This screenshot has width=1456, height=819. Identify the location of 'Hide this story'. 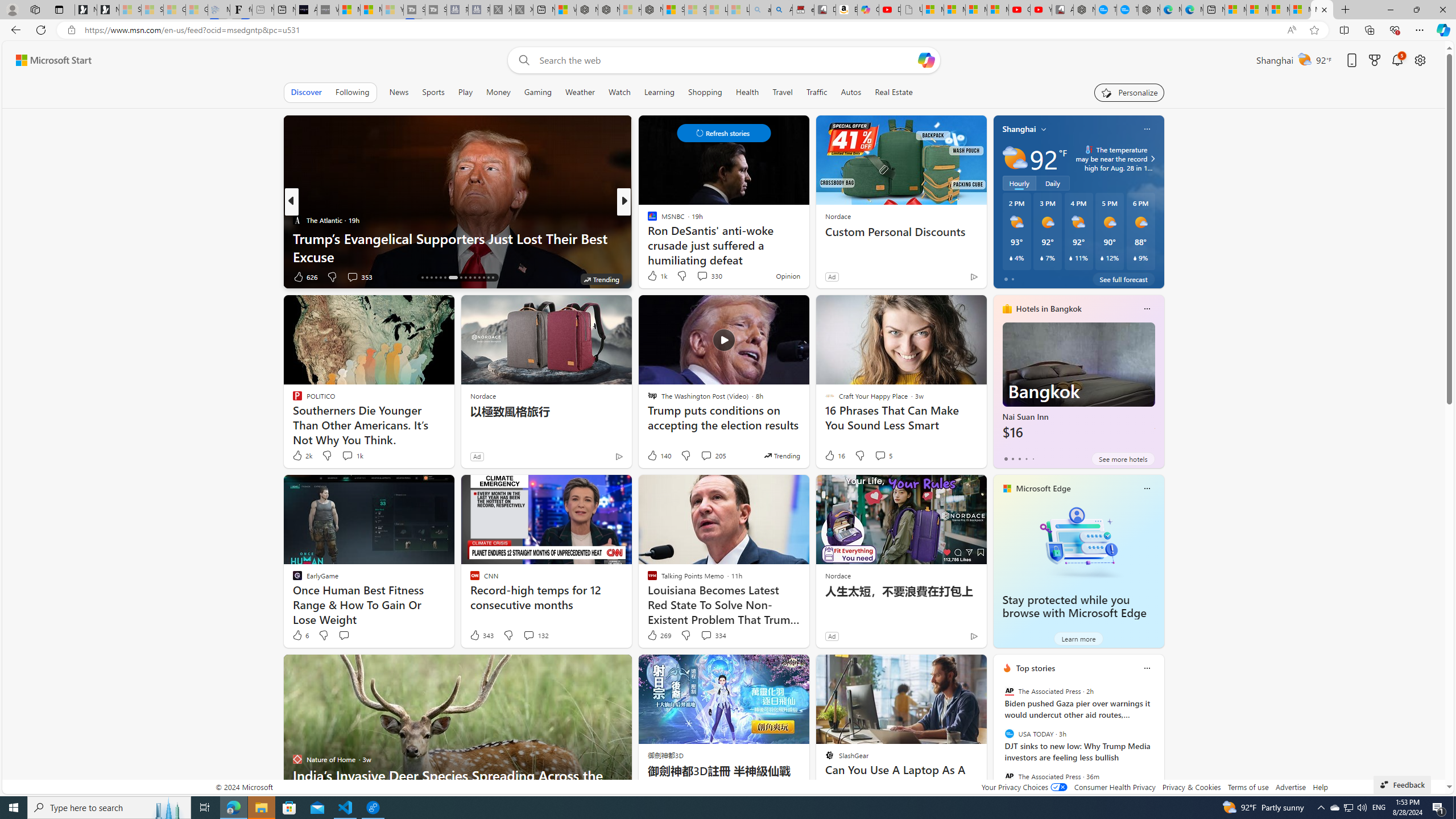
(953, 668).